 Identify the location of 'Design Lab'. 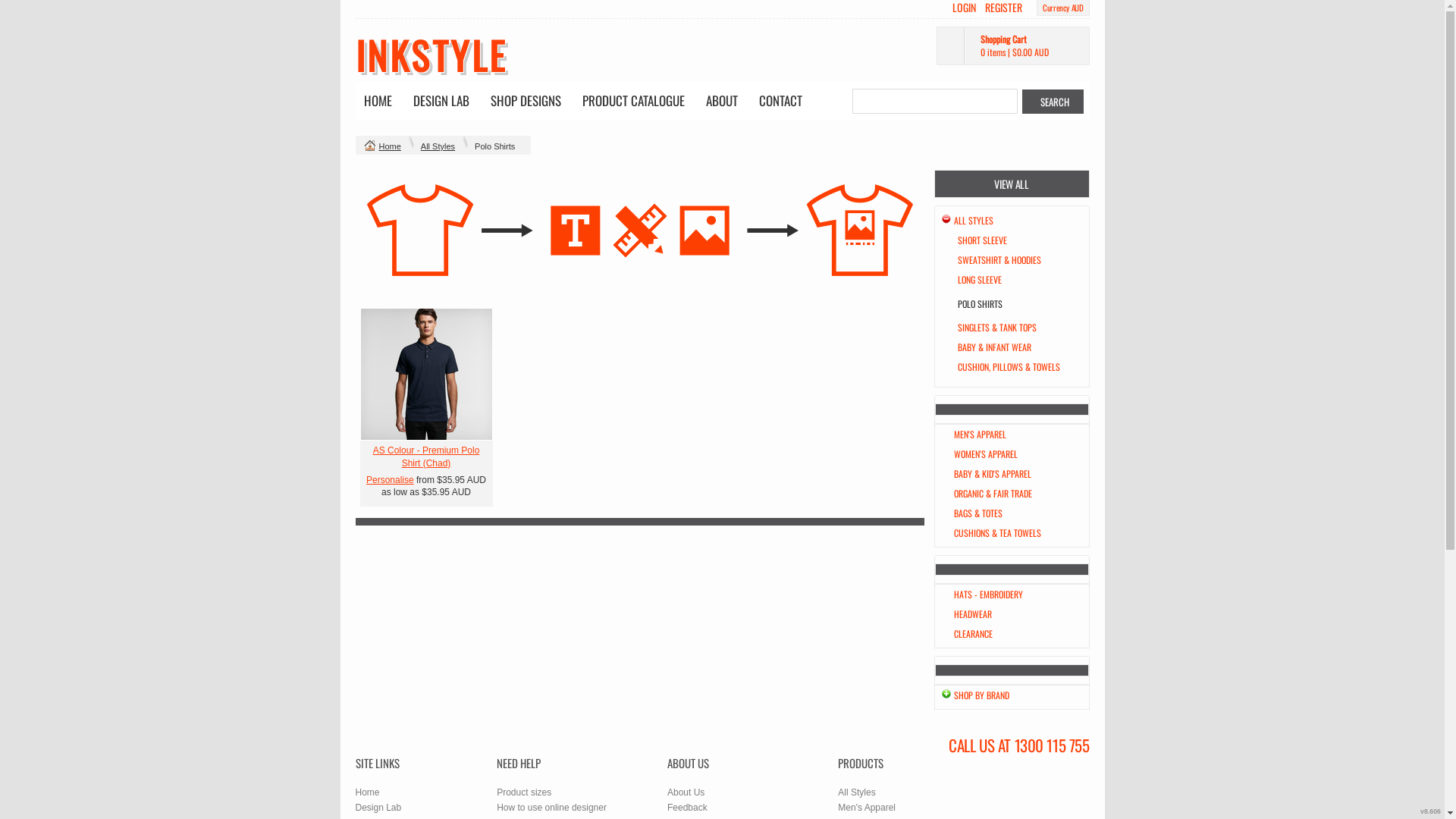
(378, 806).